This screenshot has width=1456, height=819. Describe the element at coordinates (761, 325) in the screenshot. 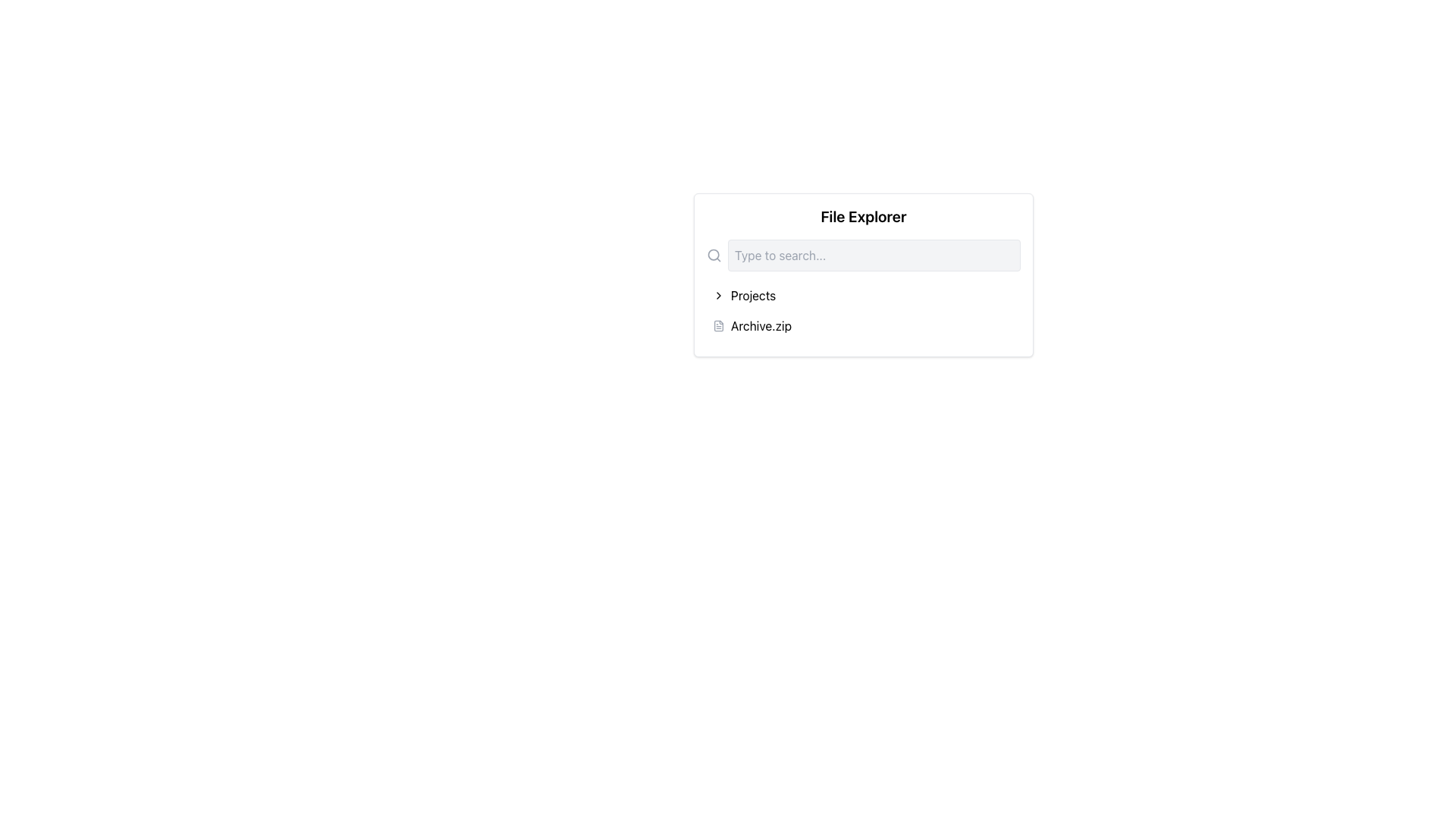

I see `the static text label representing the file named 'Archive.zip' in the file explorer section` at that location.